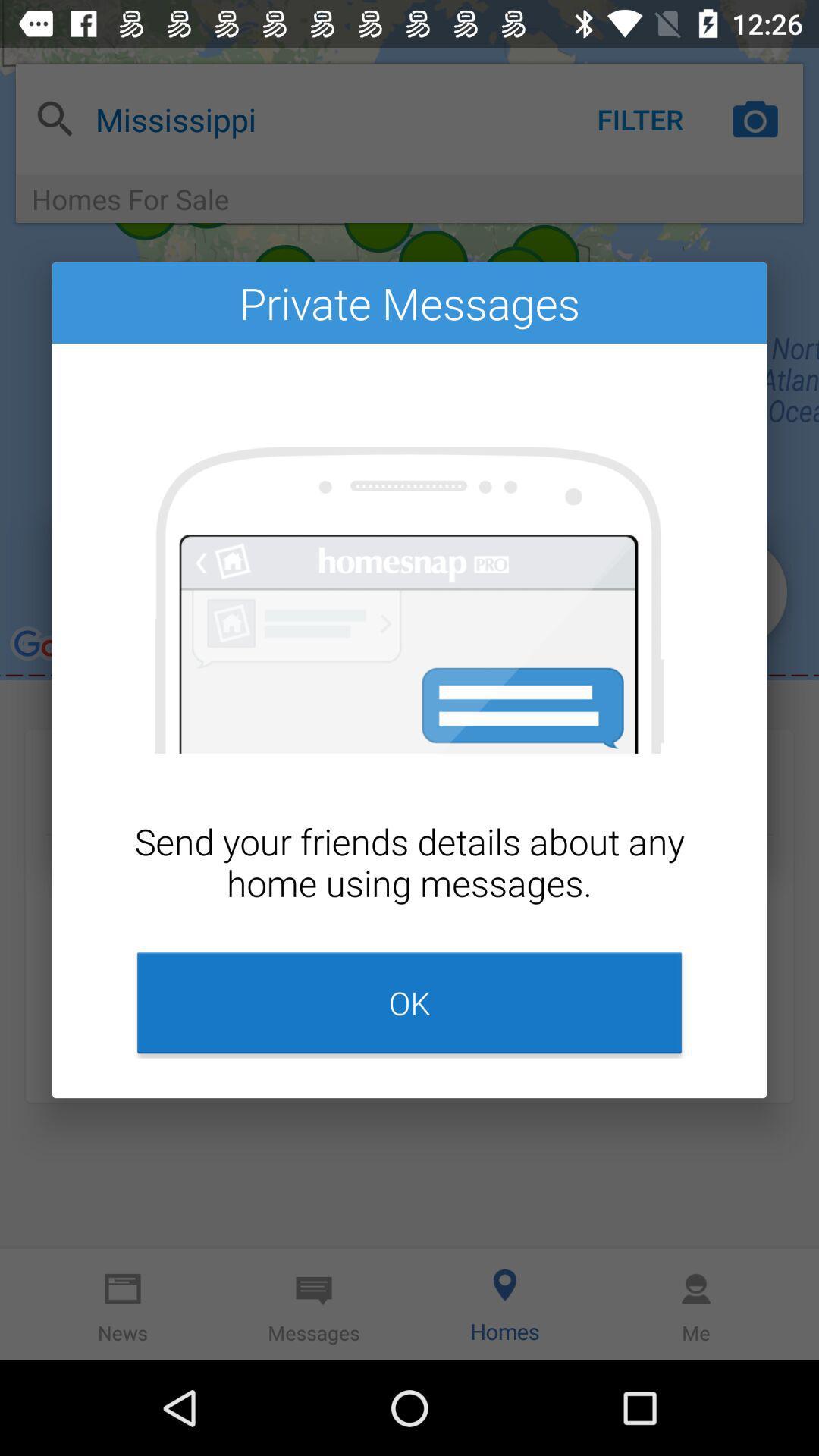 The width and height of the screenshot is (819, 1456). What do you see at coordinates (409, 1003) in the screenshot?
I see `ok` at bounding box center [409, 1003].